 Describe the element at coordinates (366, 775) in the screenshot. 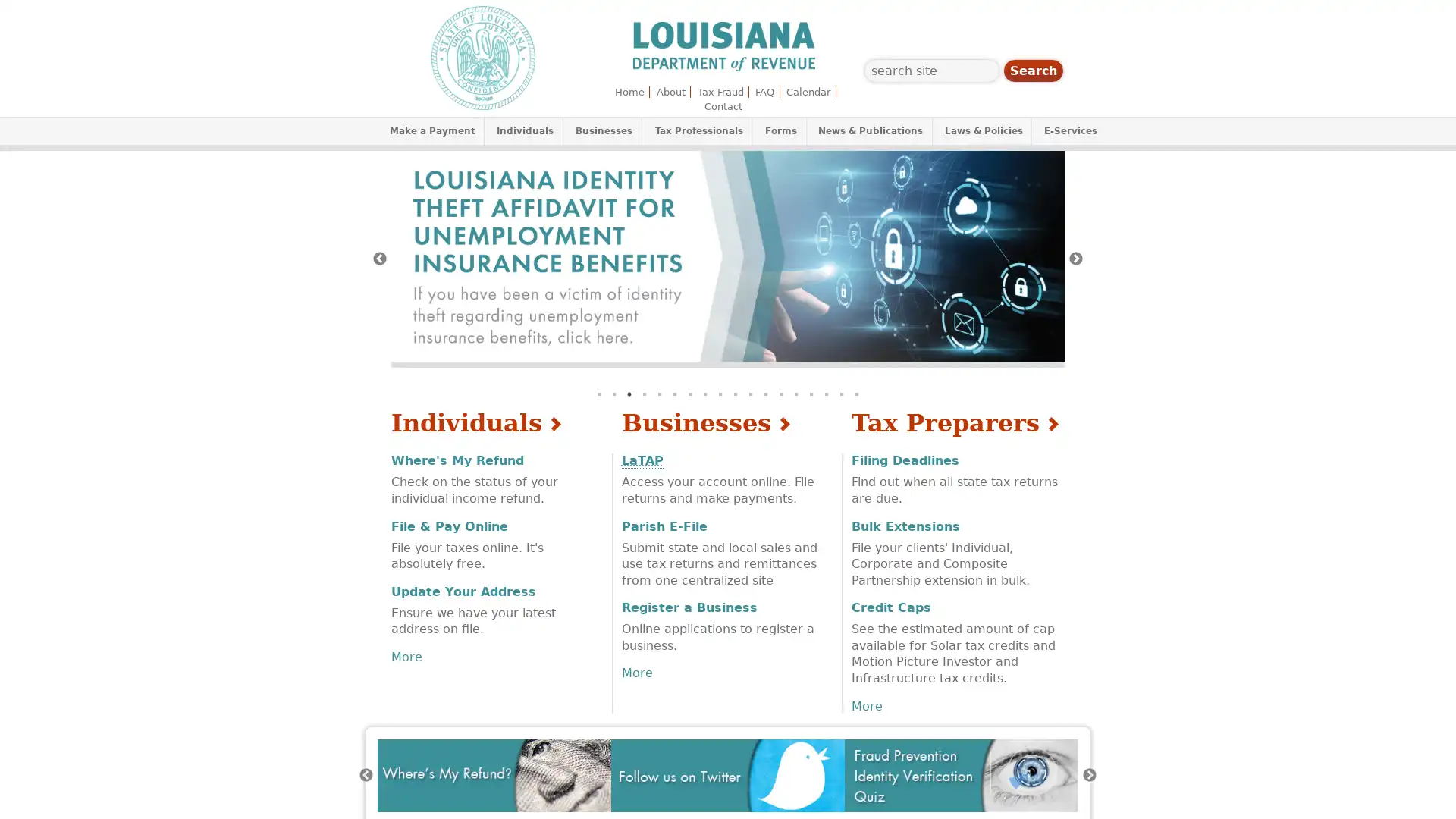

I see `Previous` at that location.